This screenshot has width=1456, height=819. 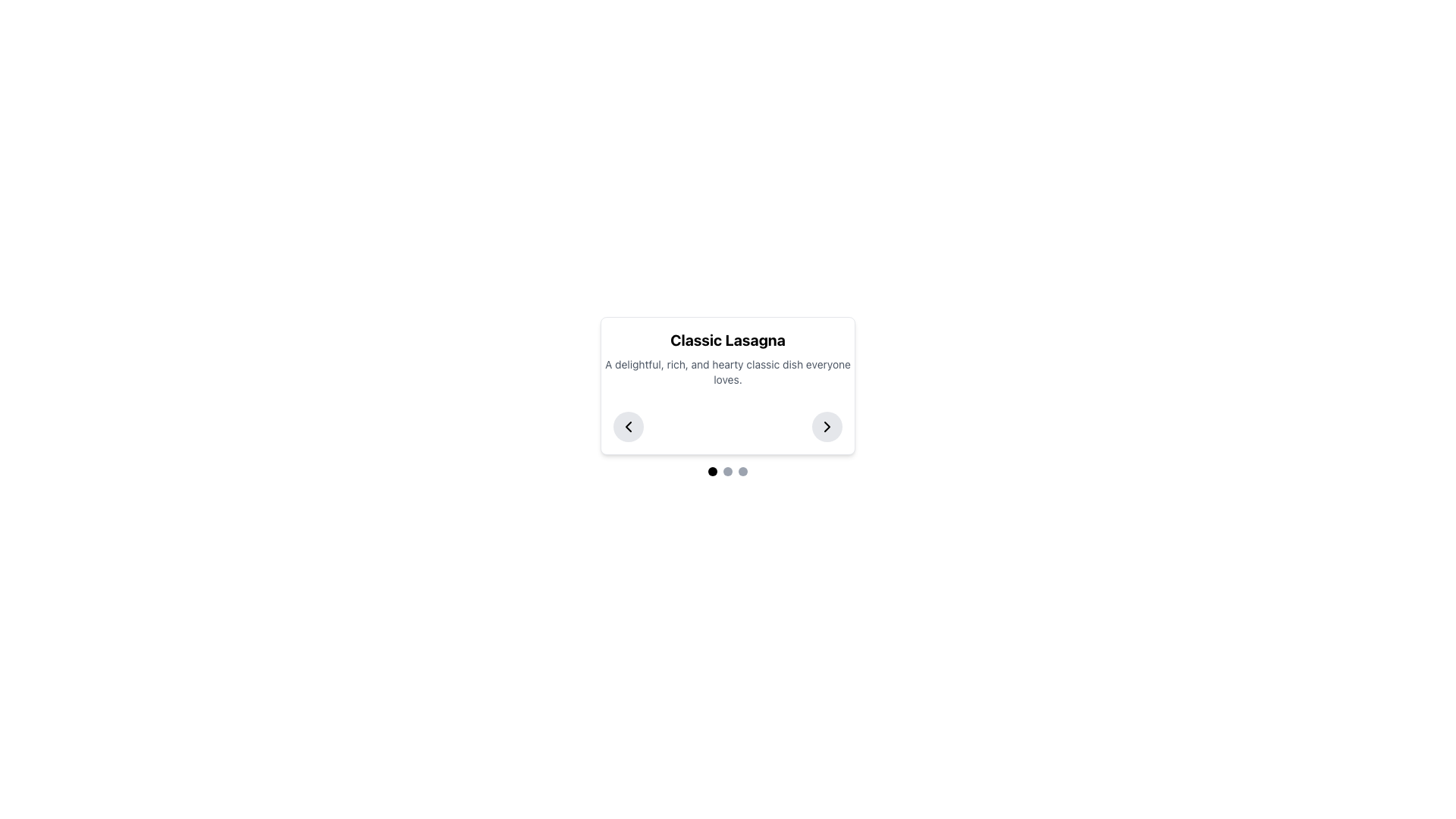 I want to click on the arrow icon within the button on the bottom-right of the 'Classic Lasagna' card, so click(x=826, y=427).